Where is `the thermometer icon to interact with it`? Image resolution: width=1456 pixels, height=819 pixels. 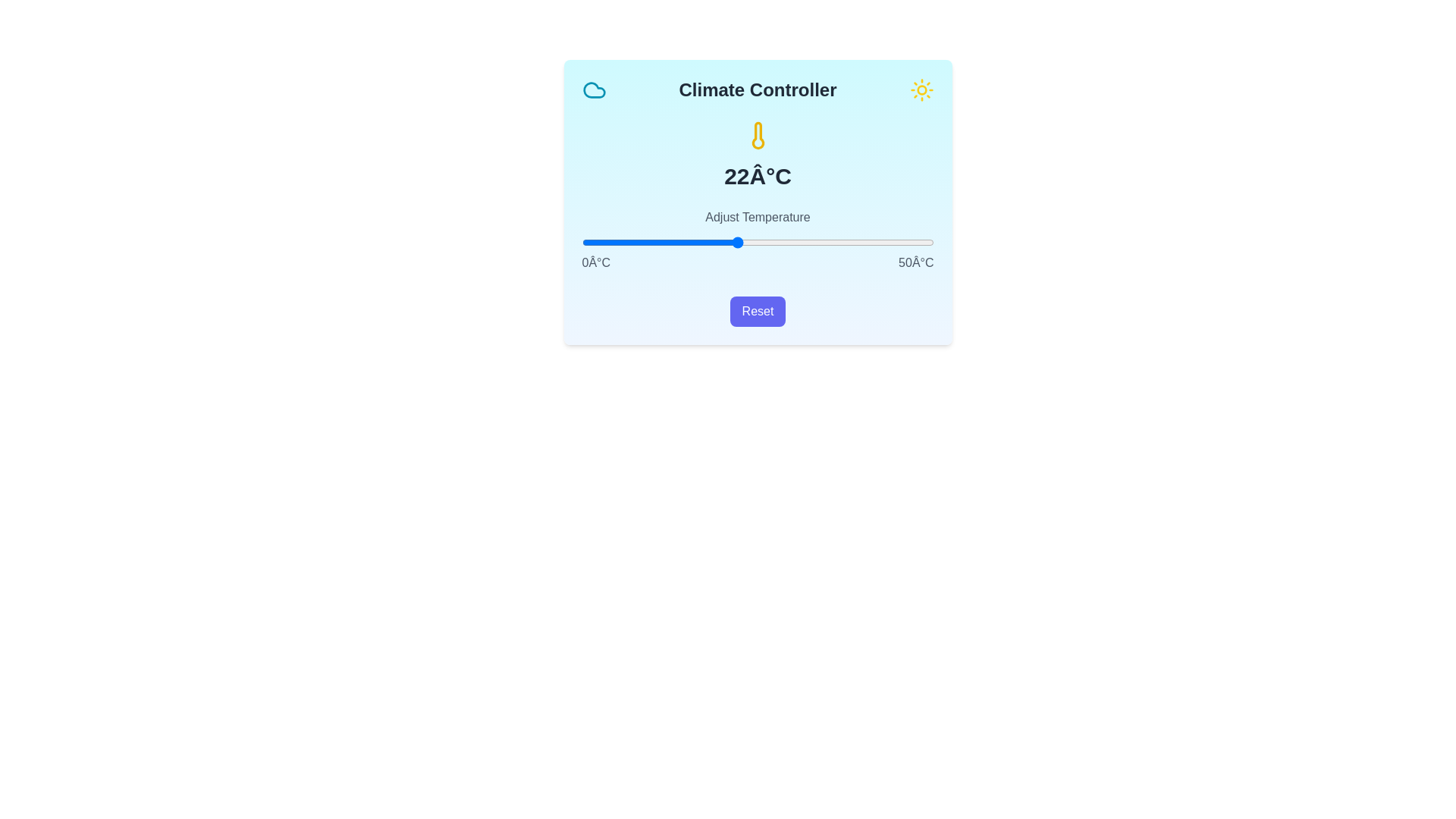 the thermometer icon to interact with it is located at coordinates (758, 134).